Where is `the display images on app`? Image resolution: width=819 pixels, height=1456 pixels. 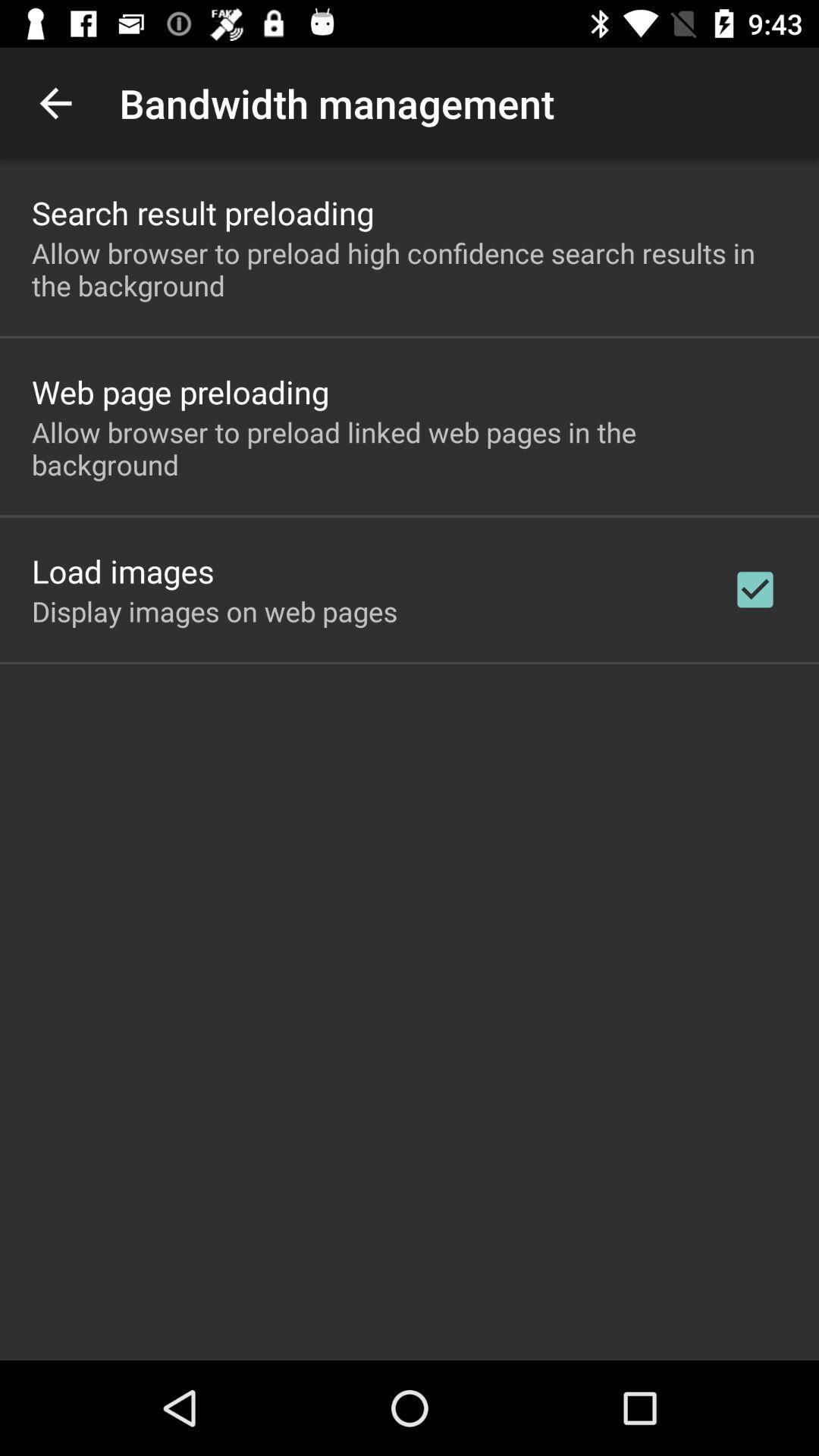 the display images on app is located at coordinates (215, 611).